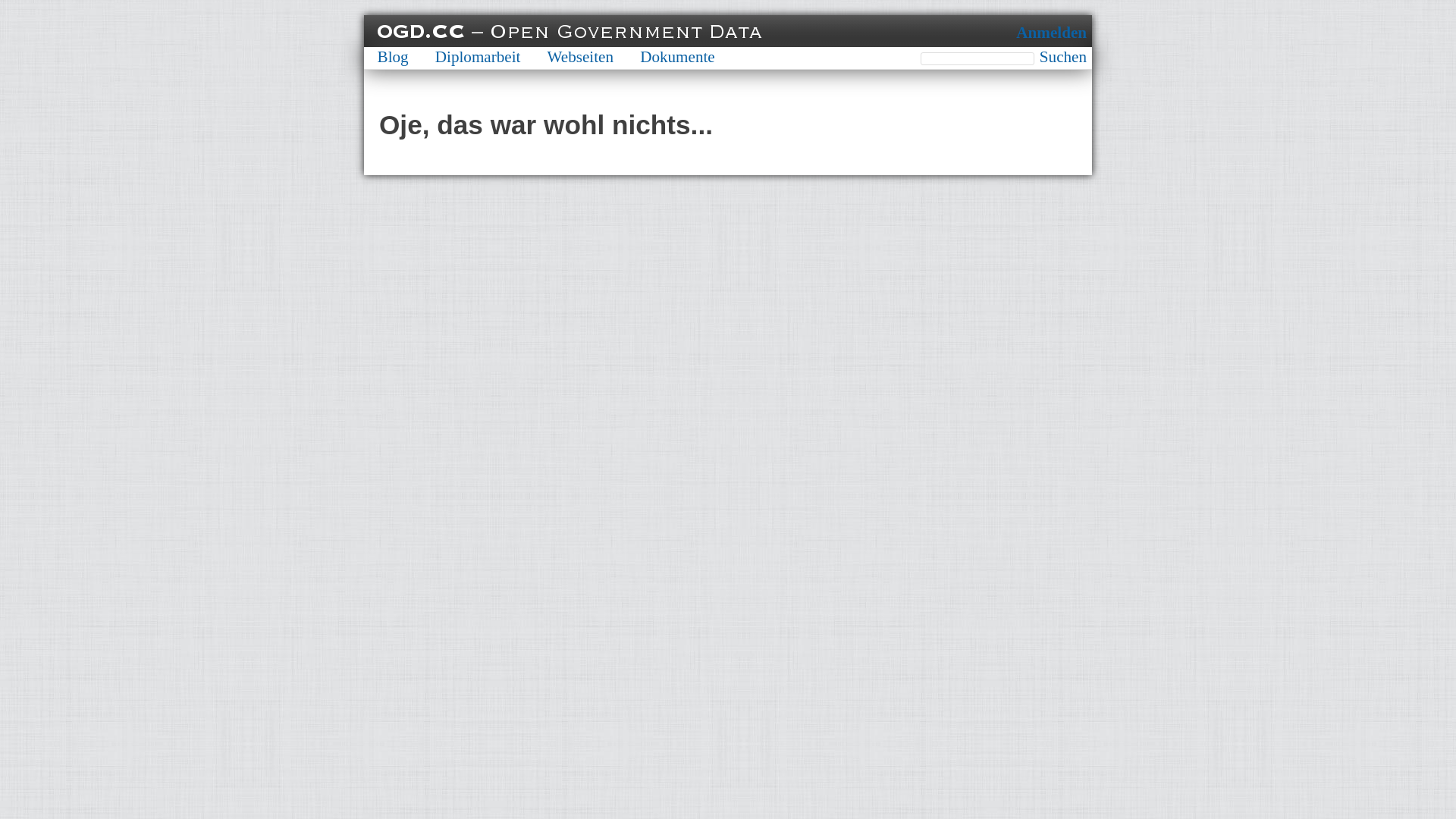 The image size is (1456, 819). Describe the element at coordinates (1050, 32) in the screenshot. I see `'Anmelden'` at that location.